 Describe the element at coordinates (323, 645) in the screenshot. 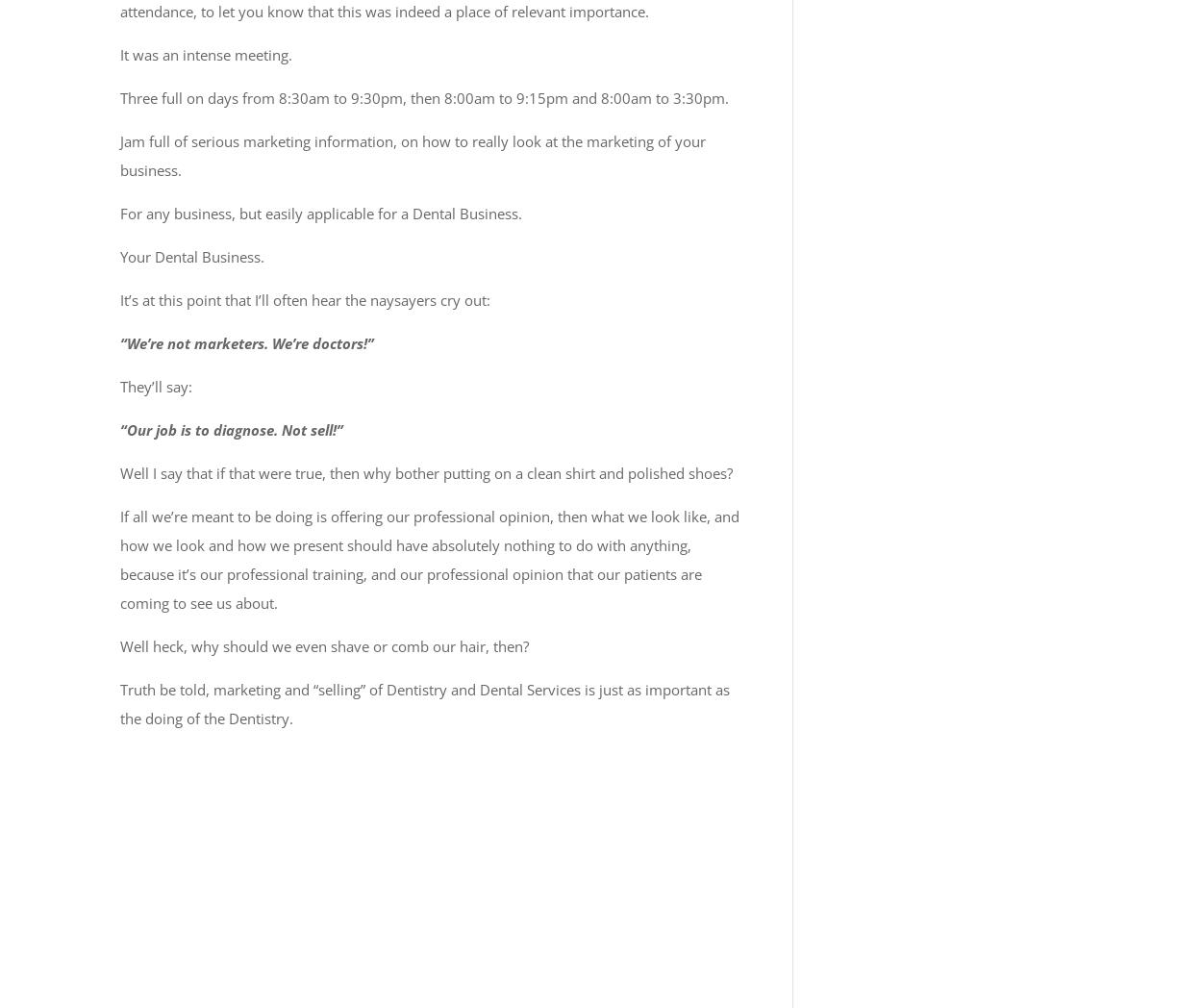

I see `'Well heck, why should we even shave or comb our hair, then?'` at that location.